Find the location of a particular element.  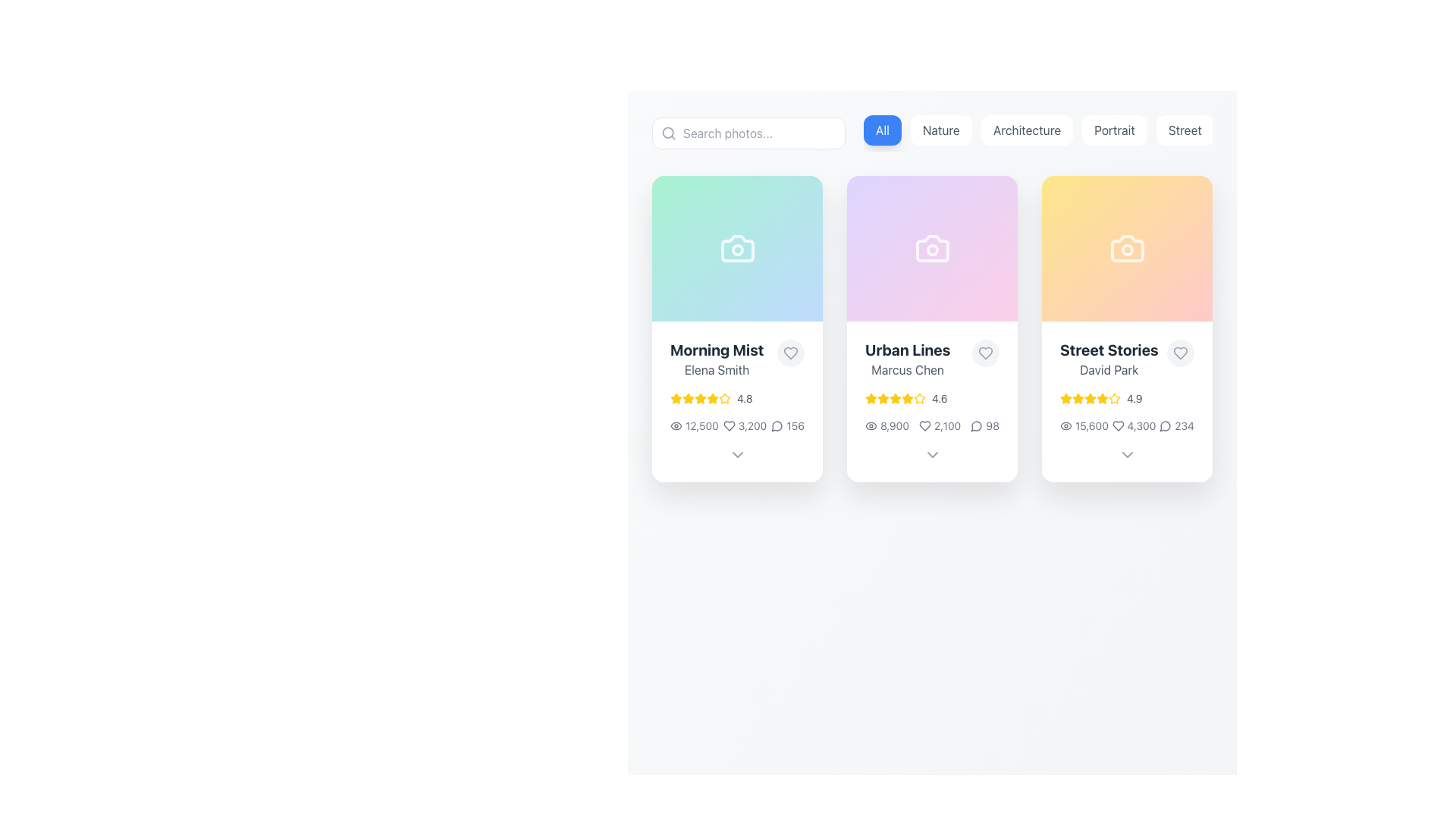

the first star-shaped icon with a yellow fill in the rating system for 'Morning Mist', located below the title and to the left of its numerical rating '4.8' is located at coordinates (676, 397).